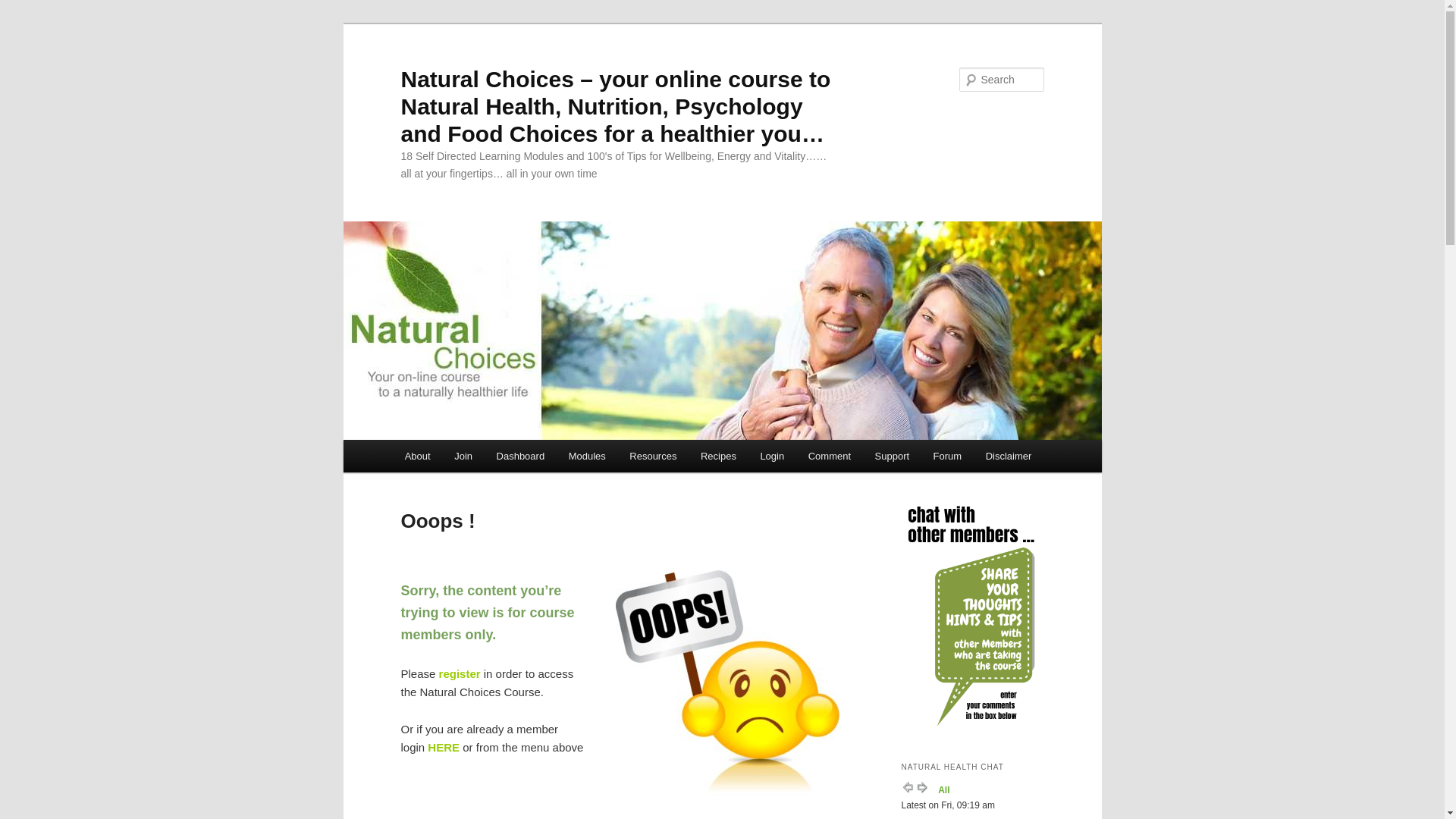  I want to click on 'All', so click(943, 789).